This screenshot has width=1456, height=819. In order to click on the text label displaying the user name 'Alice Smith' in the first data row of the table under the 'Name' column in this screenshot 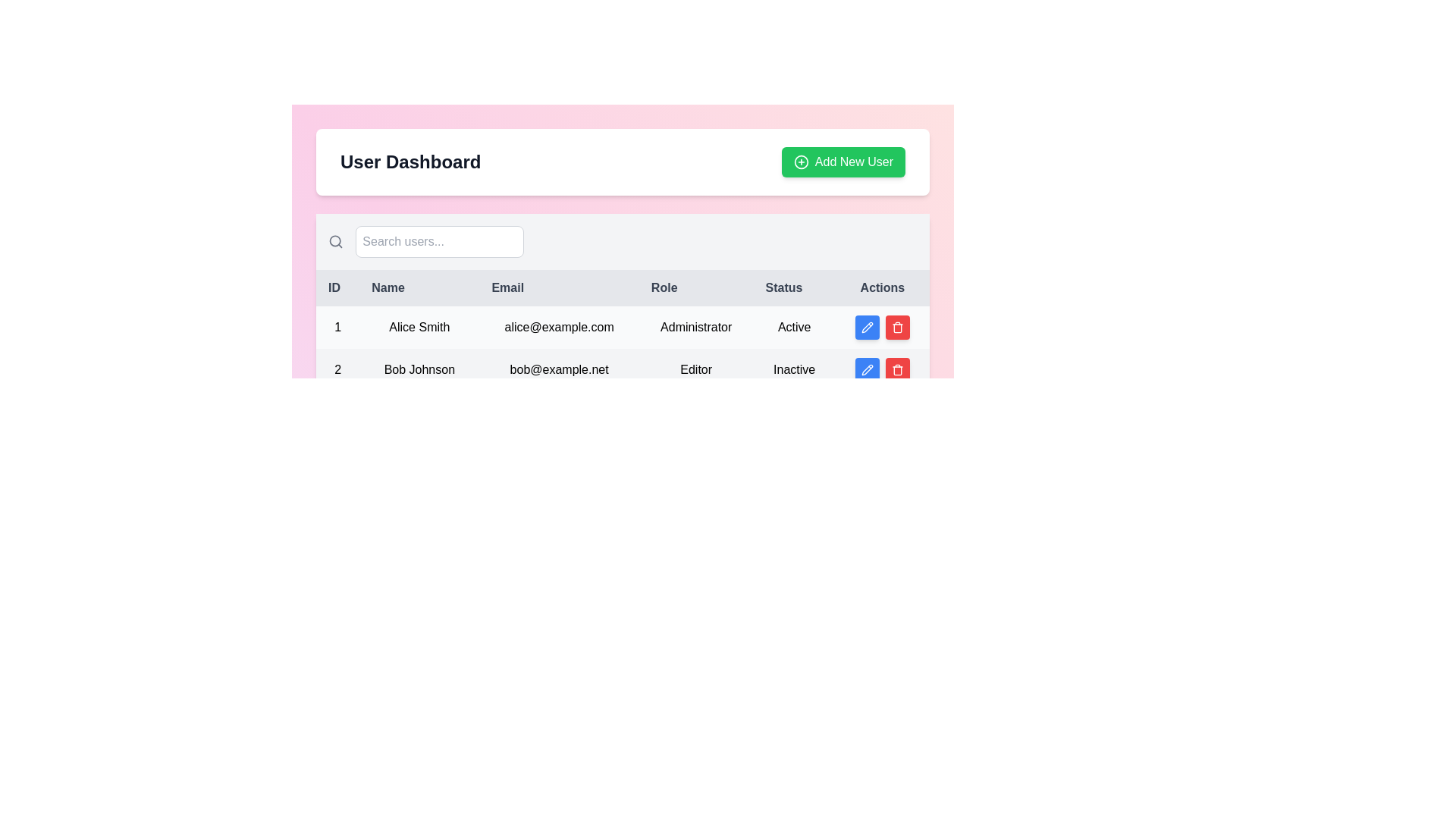, I will do `click(419, 327)`.